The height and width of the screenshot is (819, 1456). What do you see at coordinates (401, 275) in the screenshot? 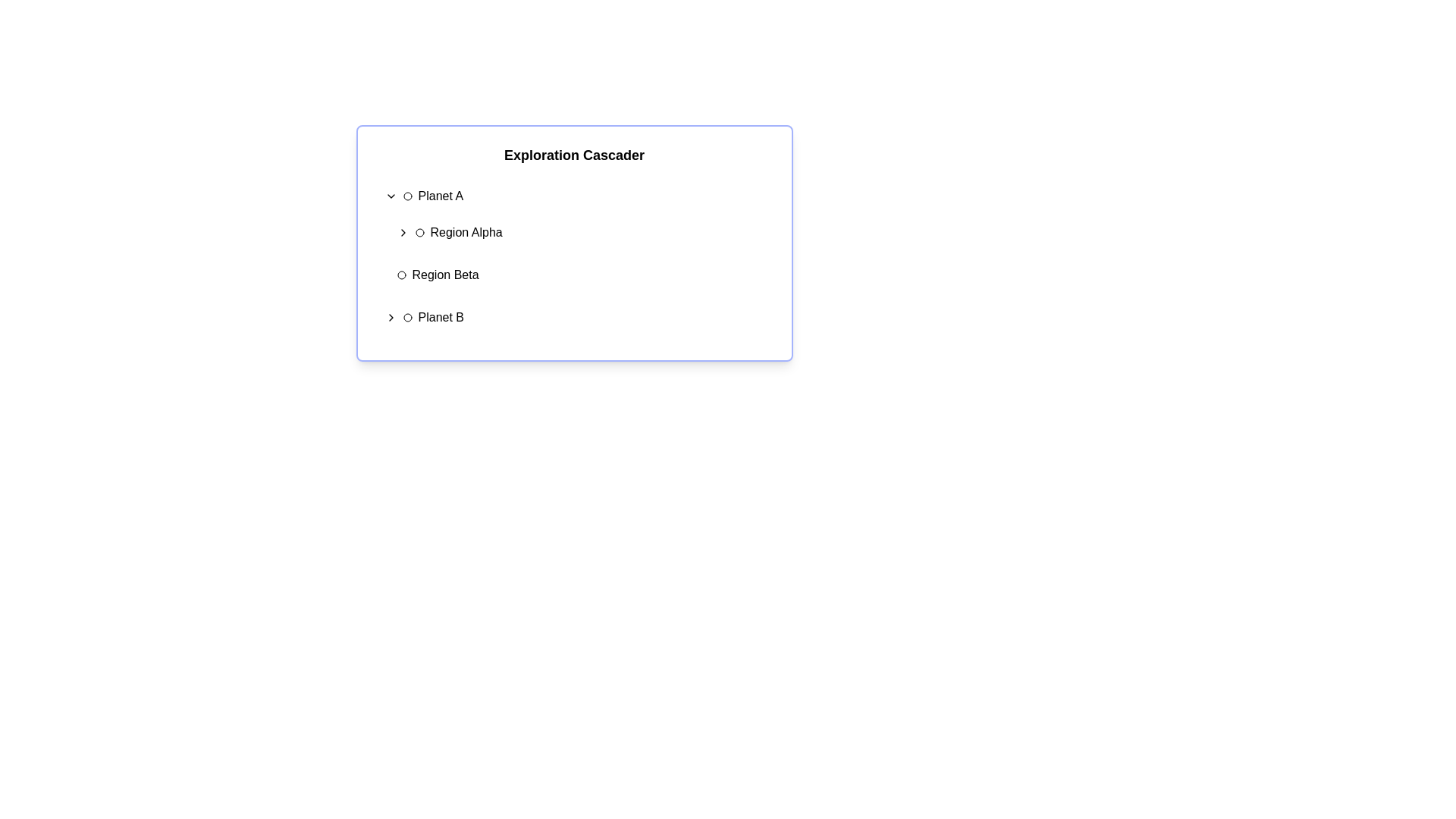
I see `the SVG Circle that serves as a visual marker for the 'Region Beta' entry in the hierarchical interface titled 'Exploration Cascader'` at bounding box center [401, 275].